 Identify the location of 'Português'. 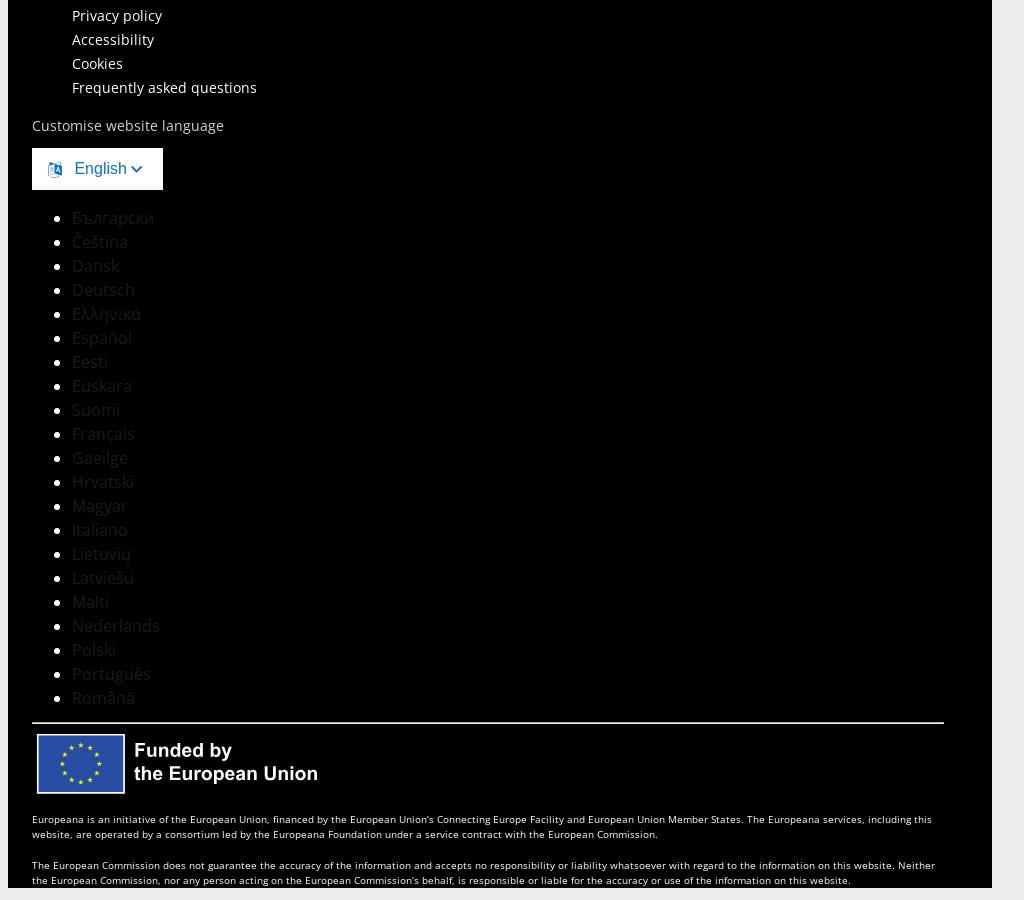
(111, 673).